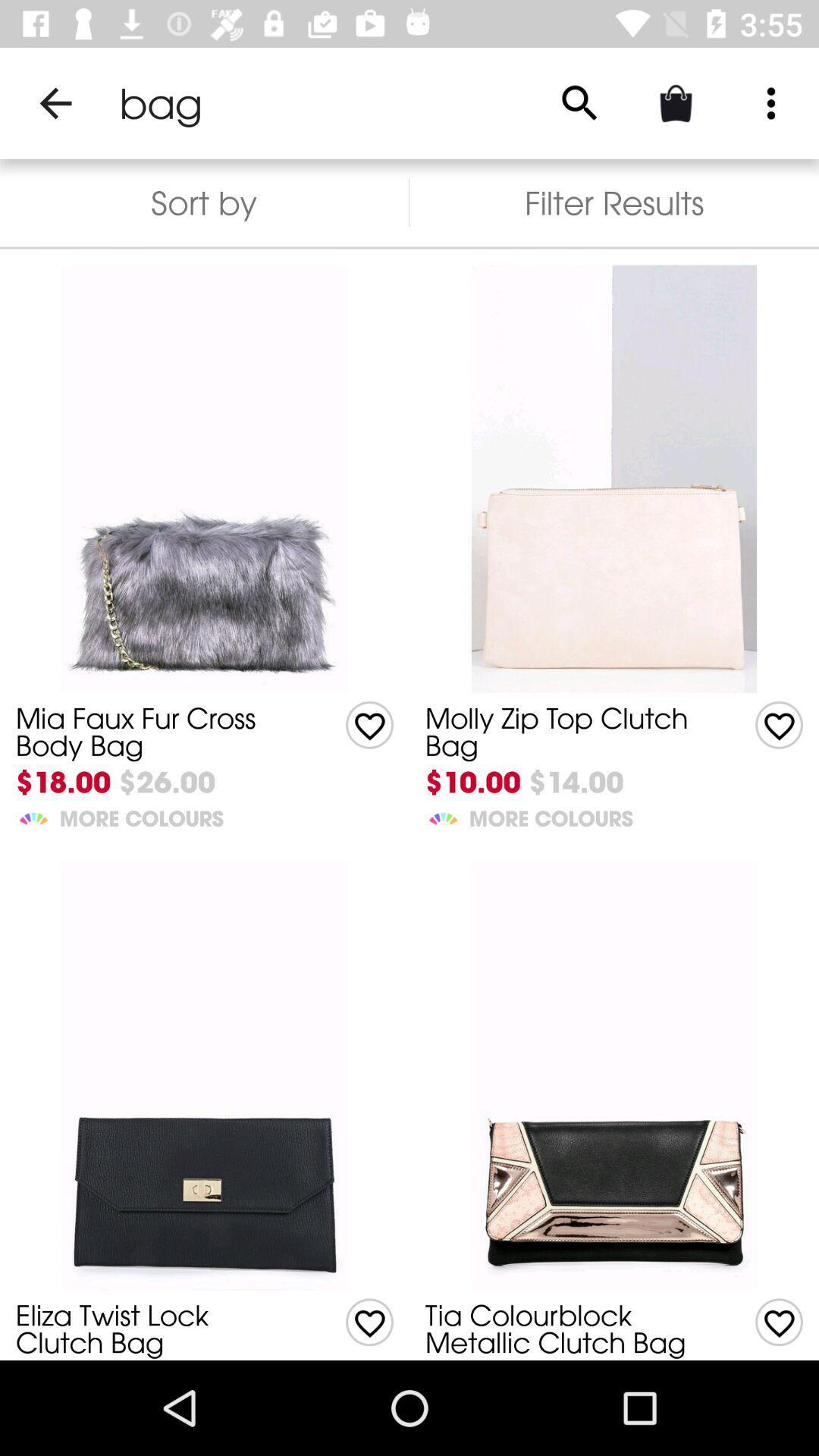  What do you see at coordinates (779, 1321) in the screenshot?
I see `toggles a love option for the item` at bounding box center [779, 1321].